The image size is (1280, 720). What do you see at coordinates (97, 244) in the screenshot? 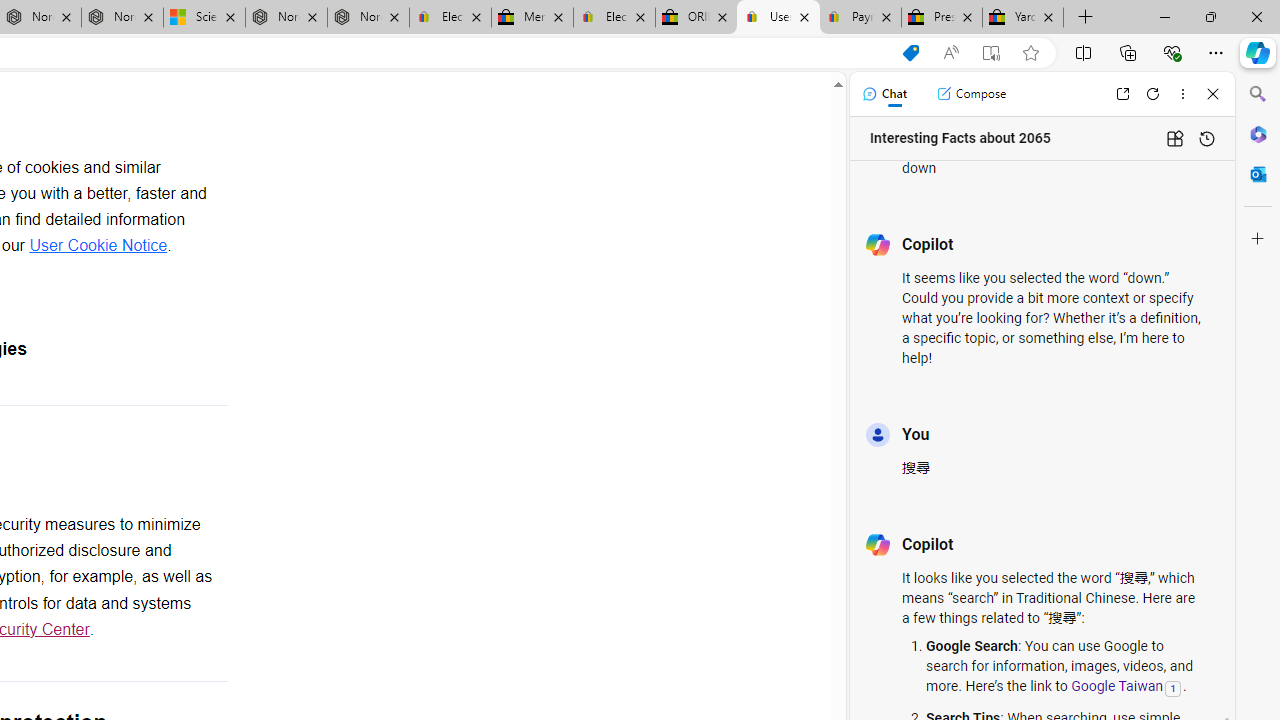
I see `'User Cookie Notice'` at bounding box center [97, 244].